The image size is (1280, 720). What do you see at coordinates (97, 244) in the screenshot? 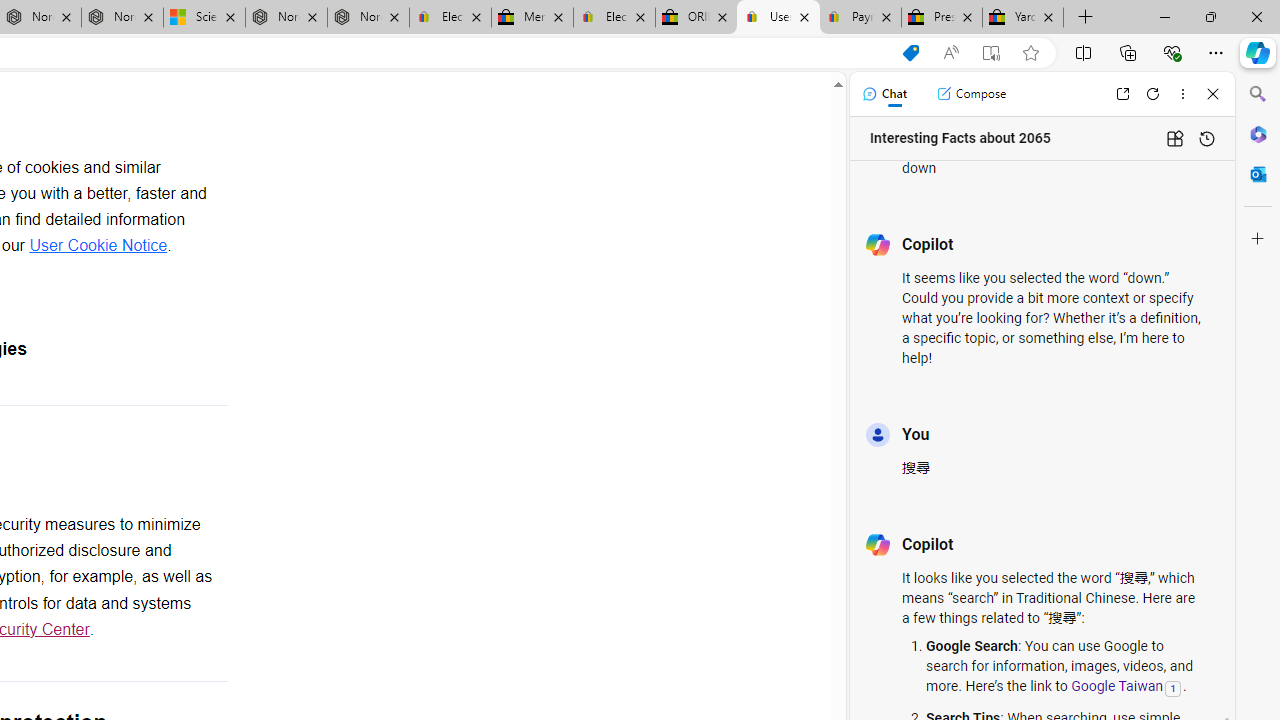
I see `'User Cookie Notice'` at bounding box center [97, 244].